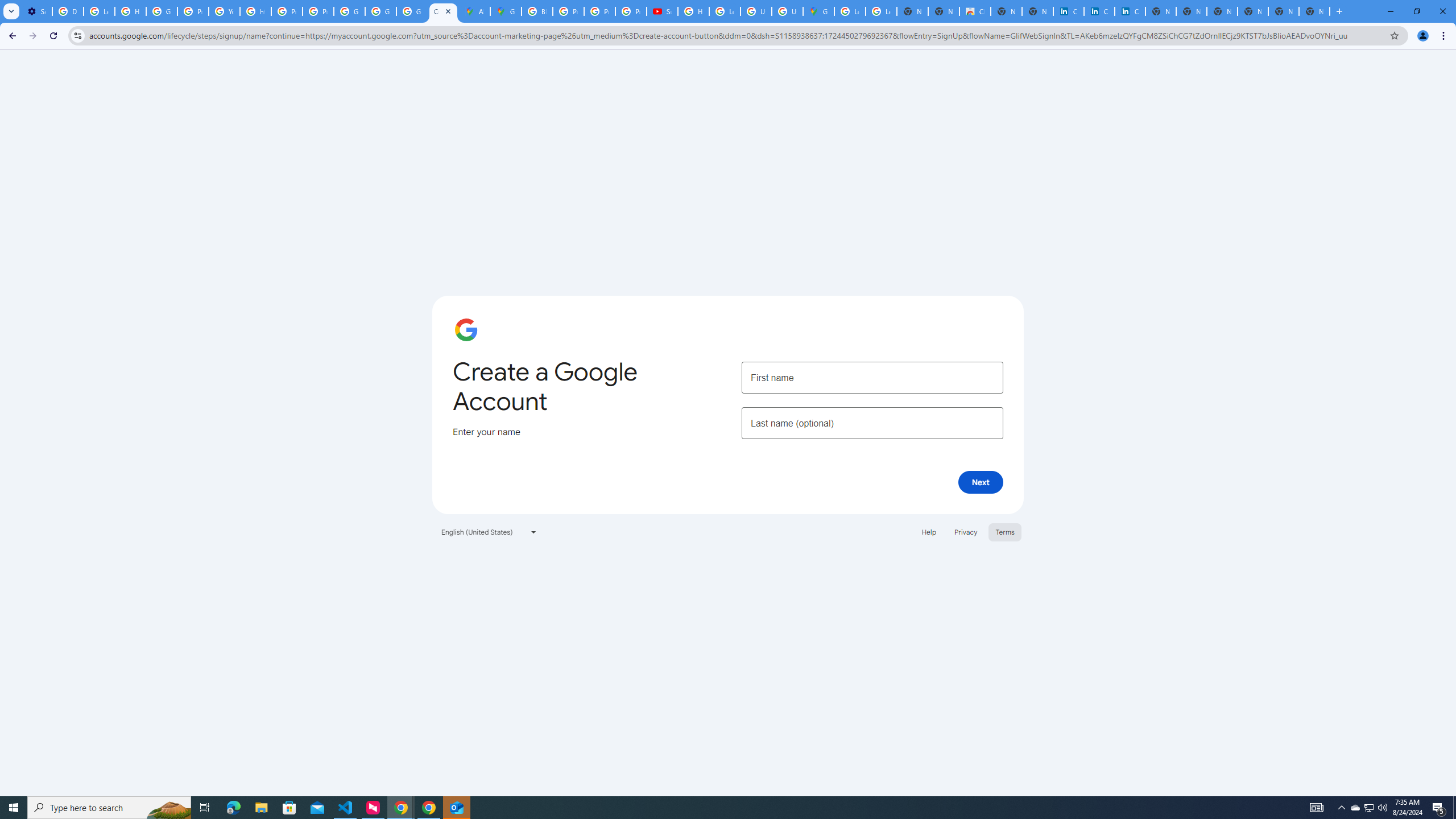 This screenshot has width=1456, height=819. Describe the element at coordinates (489, 531) in the screenshot. I see `'English (United States)'` at that location.